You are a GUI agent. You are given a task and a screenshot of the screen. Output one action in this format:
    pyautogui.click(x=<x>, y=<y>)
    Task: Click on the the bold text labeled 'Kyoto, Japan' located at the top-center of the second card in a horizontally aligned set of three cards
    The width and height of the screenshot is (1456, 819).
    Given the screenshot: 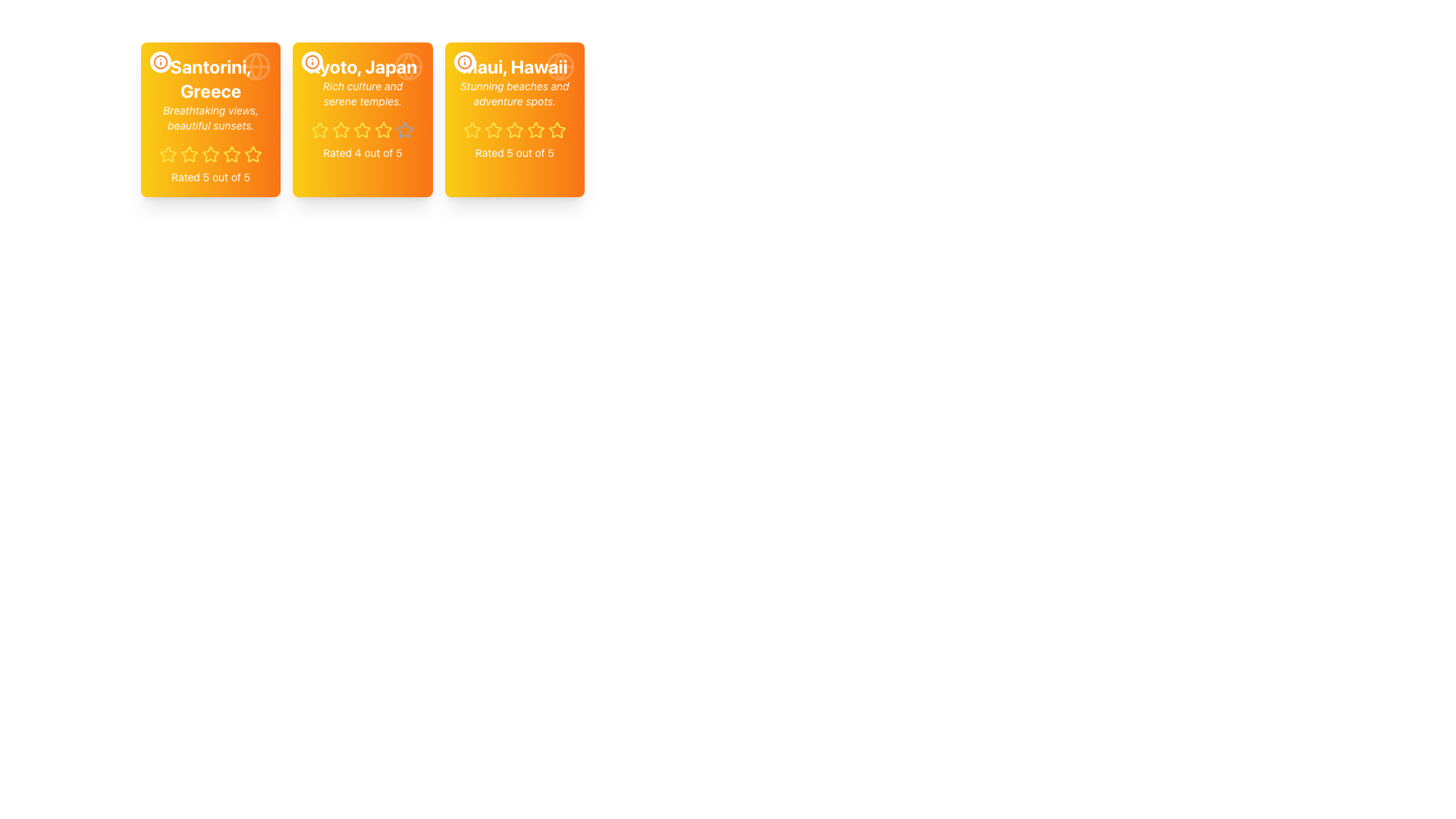 What is the action you would take?
    pyautogui.click(x=362, y=66)
    